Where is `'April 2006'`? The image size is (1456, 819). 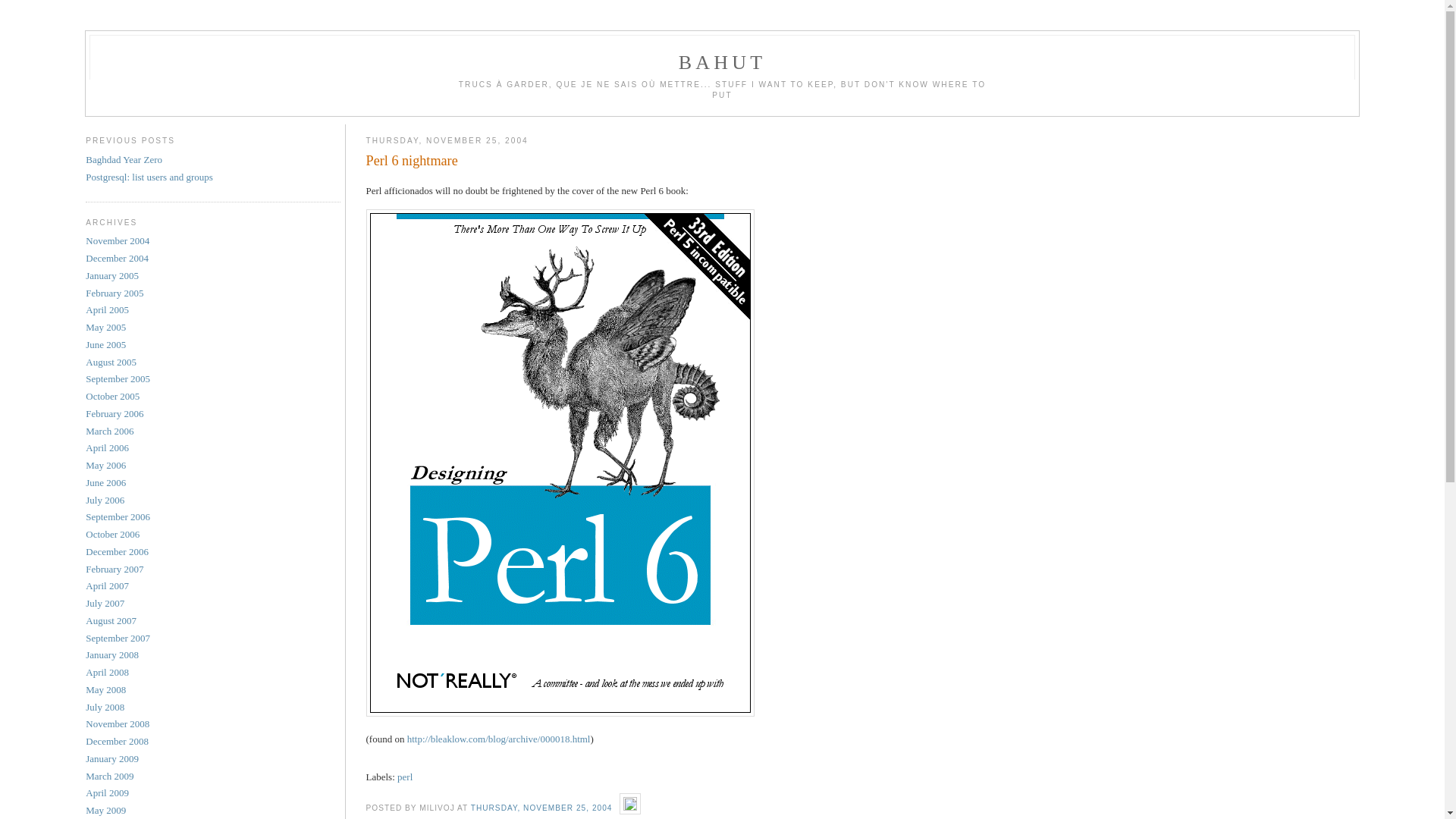 'April 2006' is located at coordinates (106, 447).